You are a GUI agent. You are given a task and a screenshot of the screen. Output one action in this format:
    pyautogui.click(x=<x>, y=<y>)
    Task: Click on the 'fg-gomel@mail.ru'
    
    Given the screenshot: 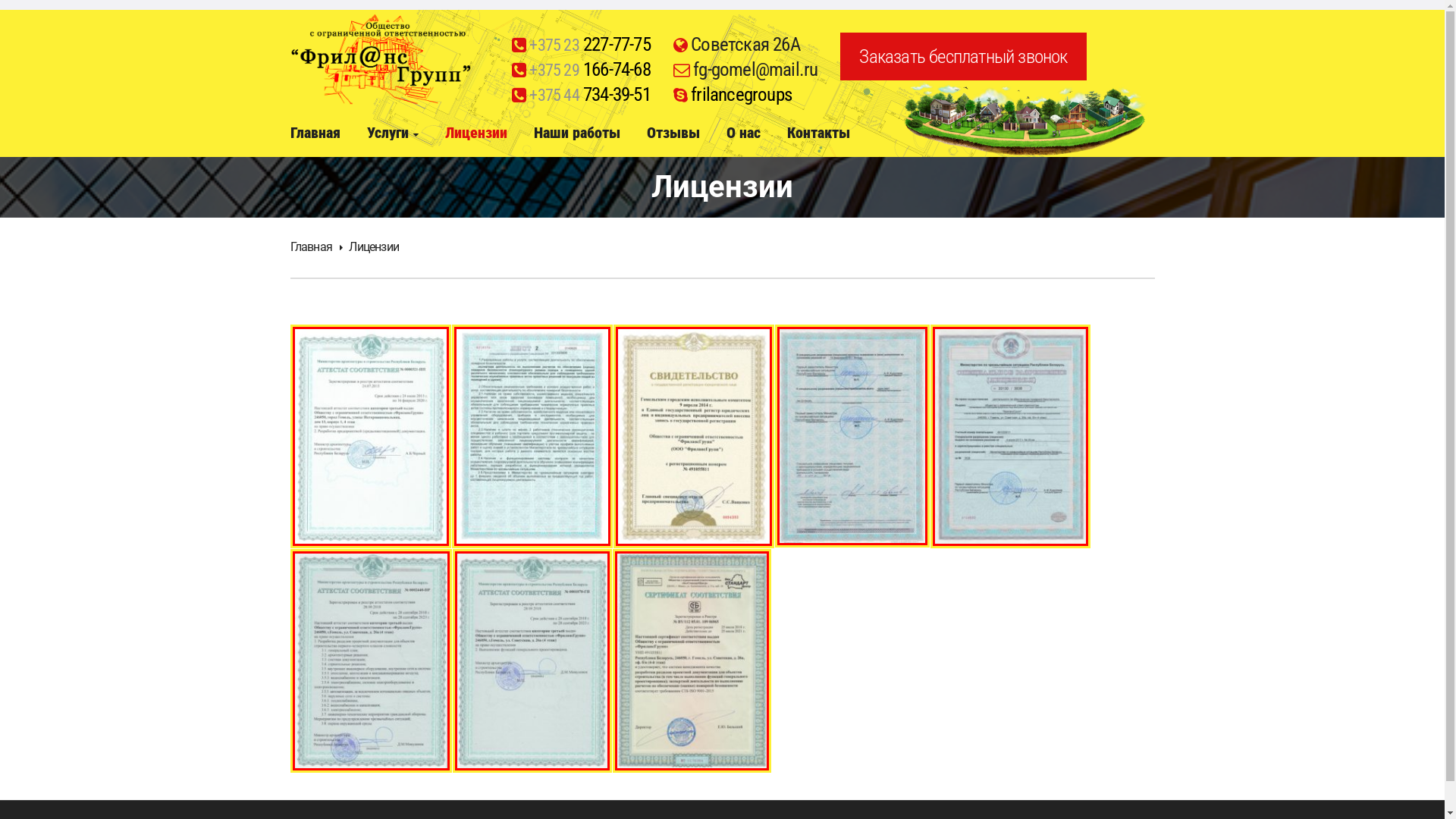 What is the action you would take?
    pyautogui.click(x=755, y=69)
    